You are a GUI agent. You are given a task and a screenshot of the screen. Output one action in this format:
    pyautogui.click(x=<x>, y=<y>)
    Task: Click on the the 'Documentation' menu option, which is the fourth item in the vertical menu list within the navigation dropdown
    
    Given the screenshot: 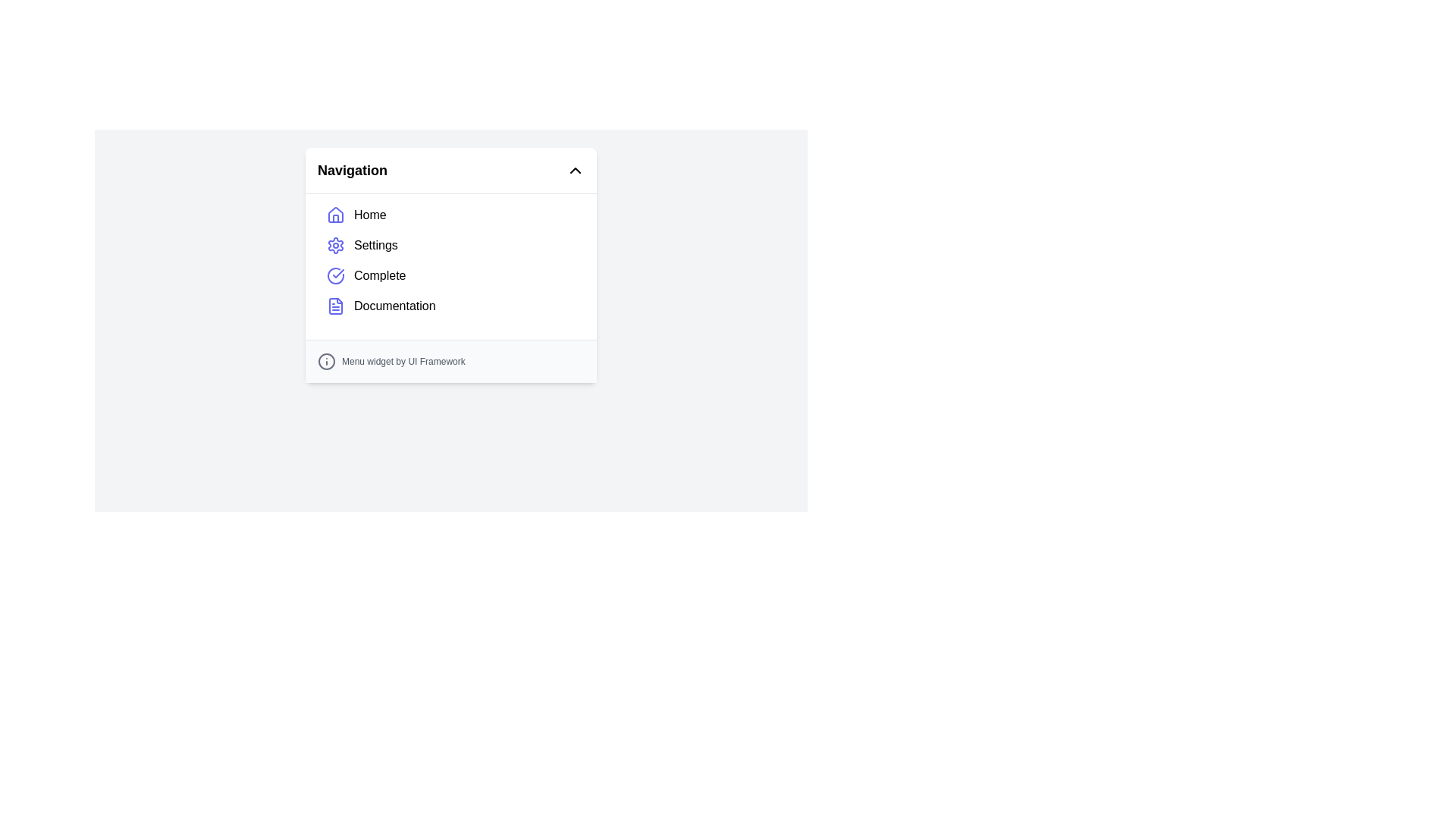 What is the action you would take?
    pyautogui.click(x=450, y=306)
    